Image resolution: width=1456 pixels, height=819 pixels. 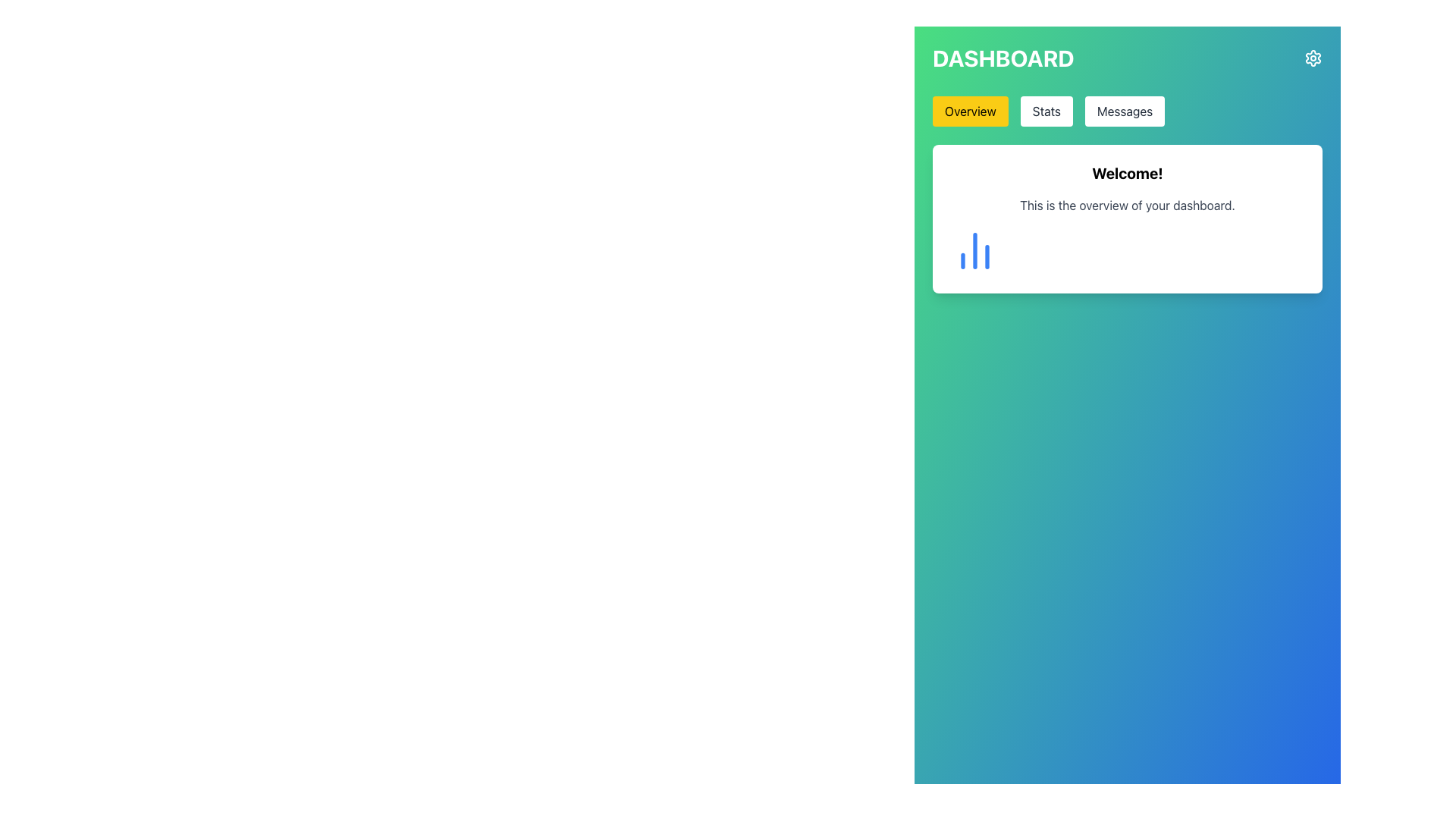 I want to click on the gear-shaped icon button styled as a settings button located at the top right corner of the dashboard header, so click(x=1313, y=58).